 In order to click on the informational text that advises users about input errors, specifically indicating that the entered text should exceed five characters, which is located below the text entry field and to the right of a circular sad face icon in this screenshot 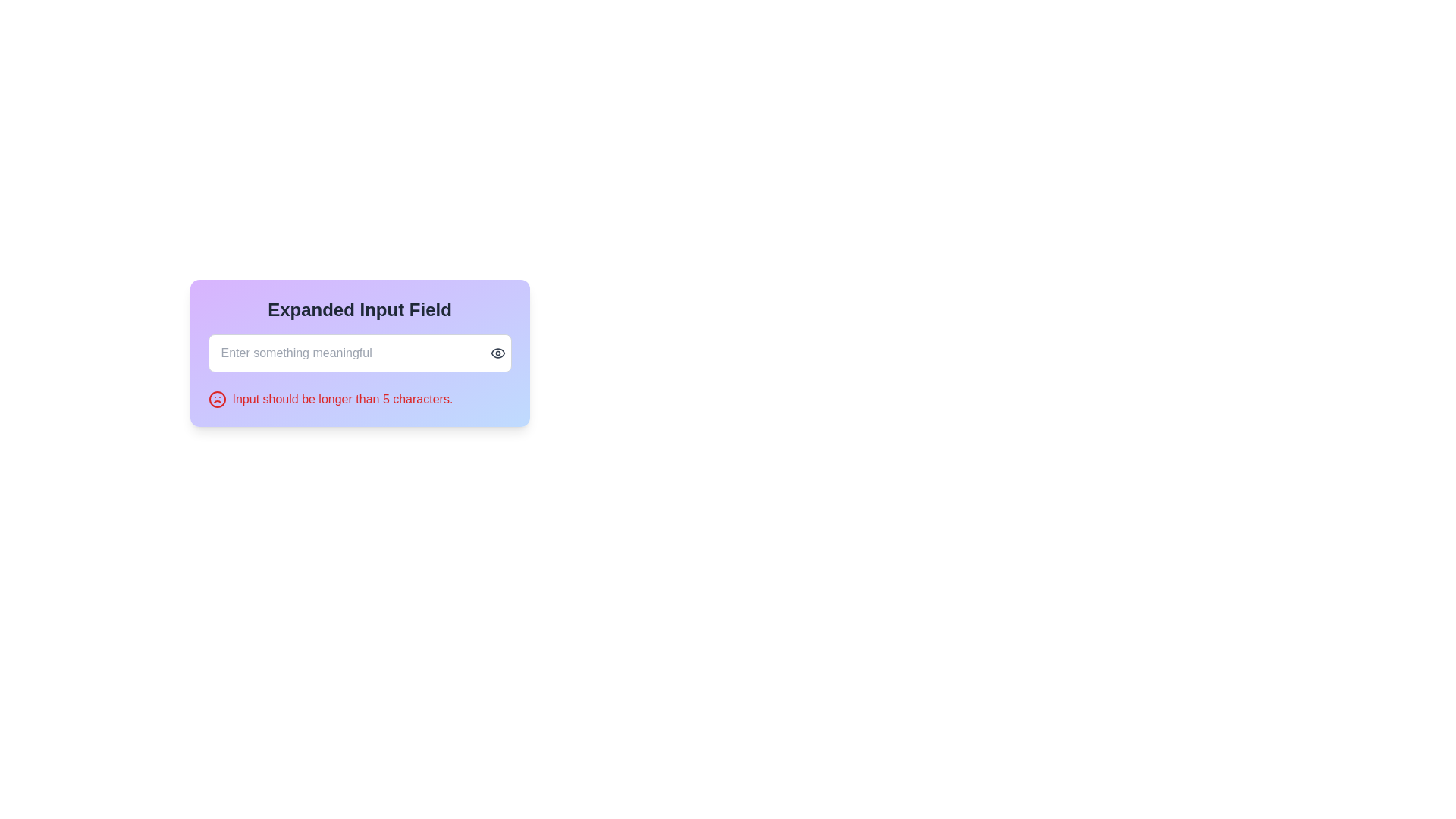, I will do `click(341, 399)`.